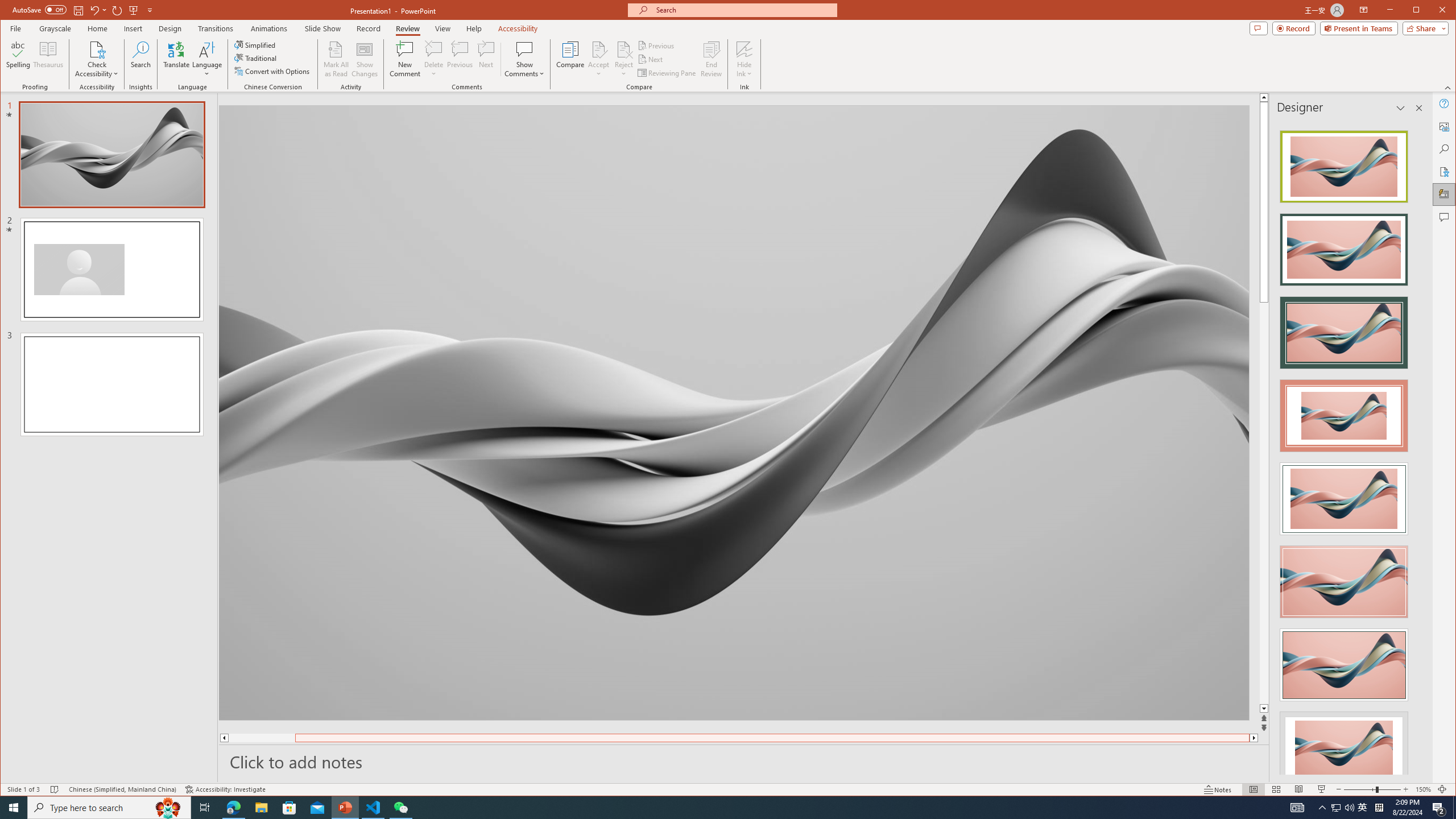 The image size is (1456, 819). Describe the element at coordinates (598, 59) in the screenshot. I see `'Accept'` at that location.